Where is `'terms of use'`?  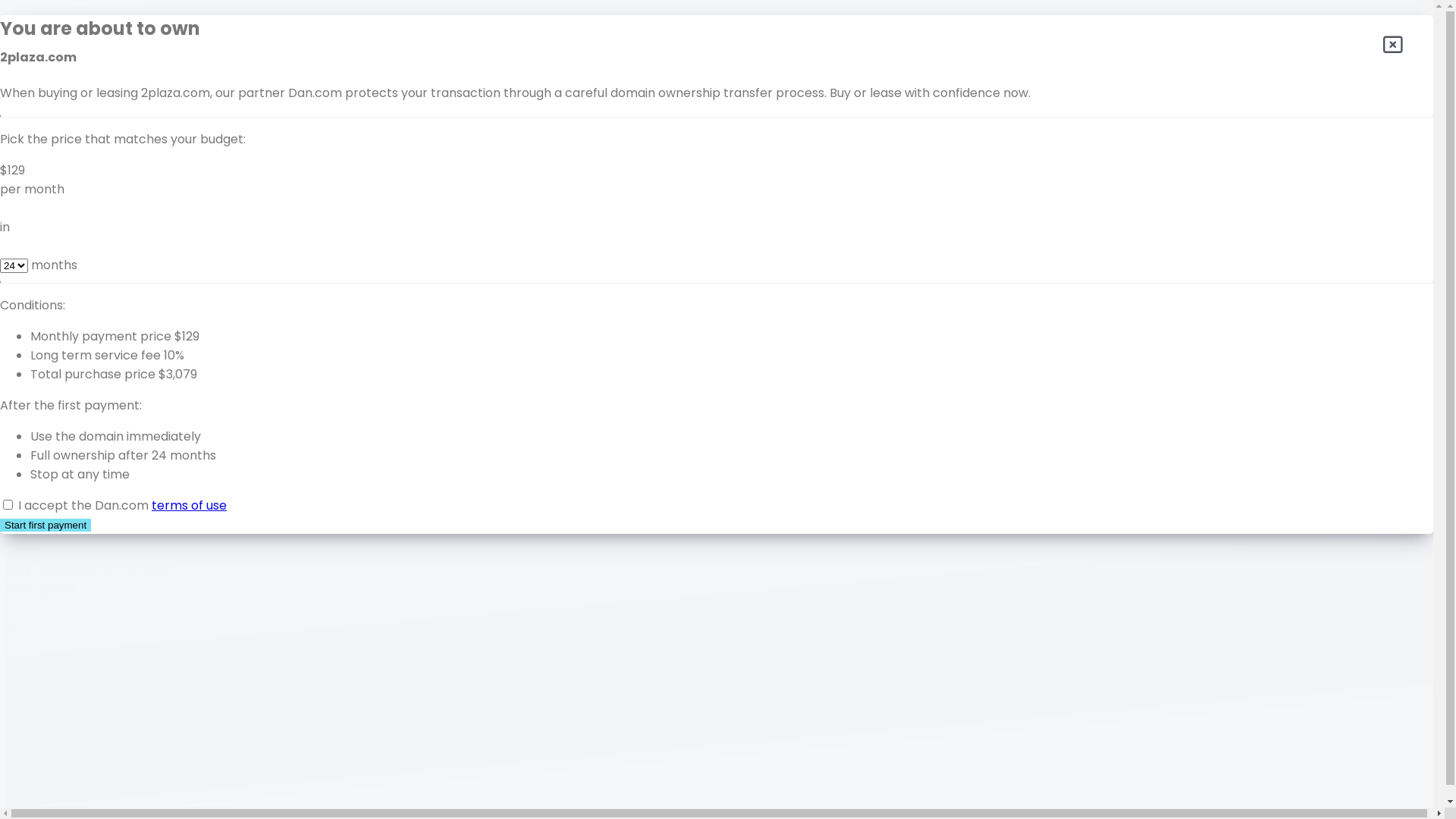
'terms of use' is located at coordinates (152, 505).